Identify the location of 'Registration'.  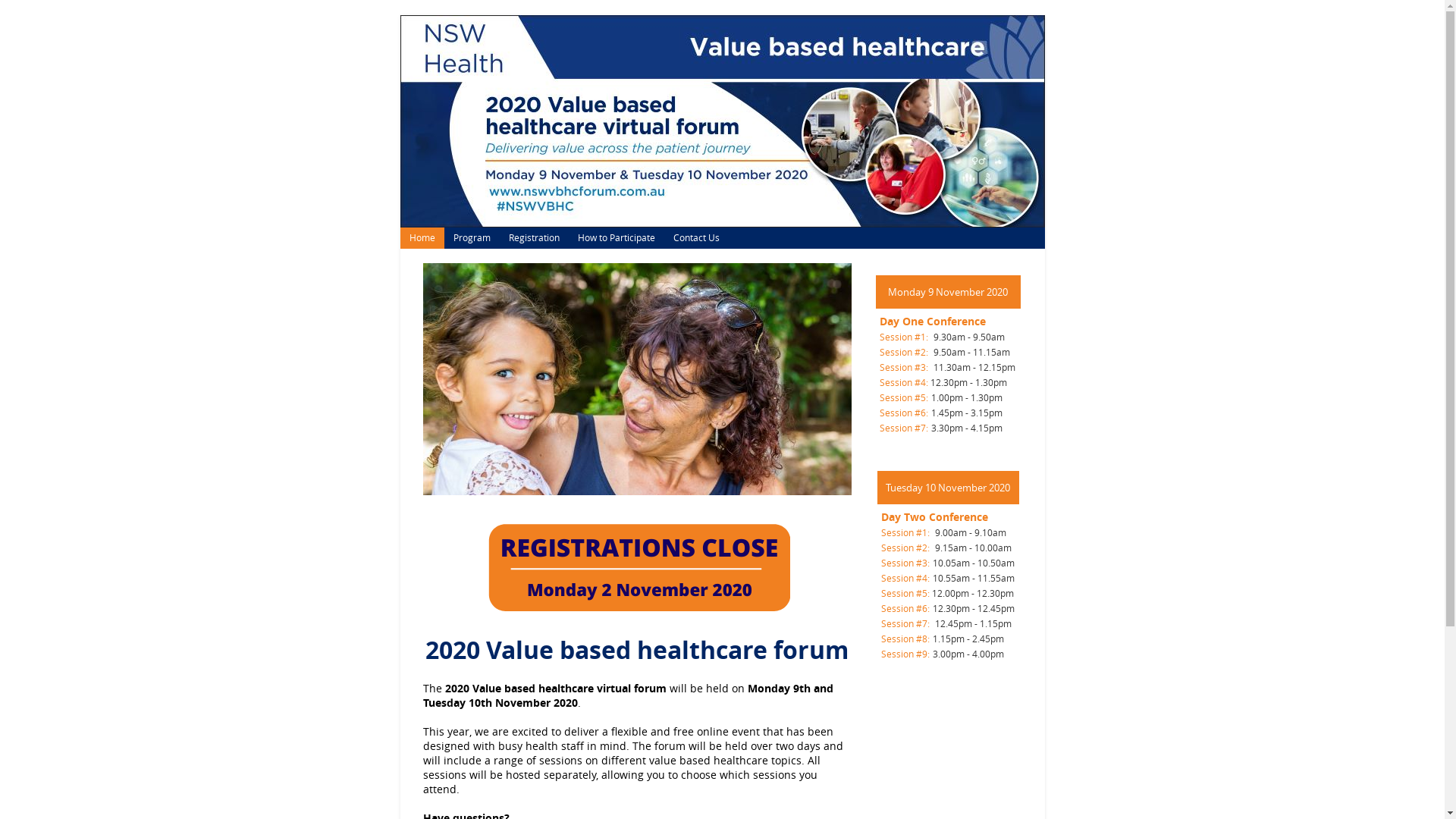
(533, 237).